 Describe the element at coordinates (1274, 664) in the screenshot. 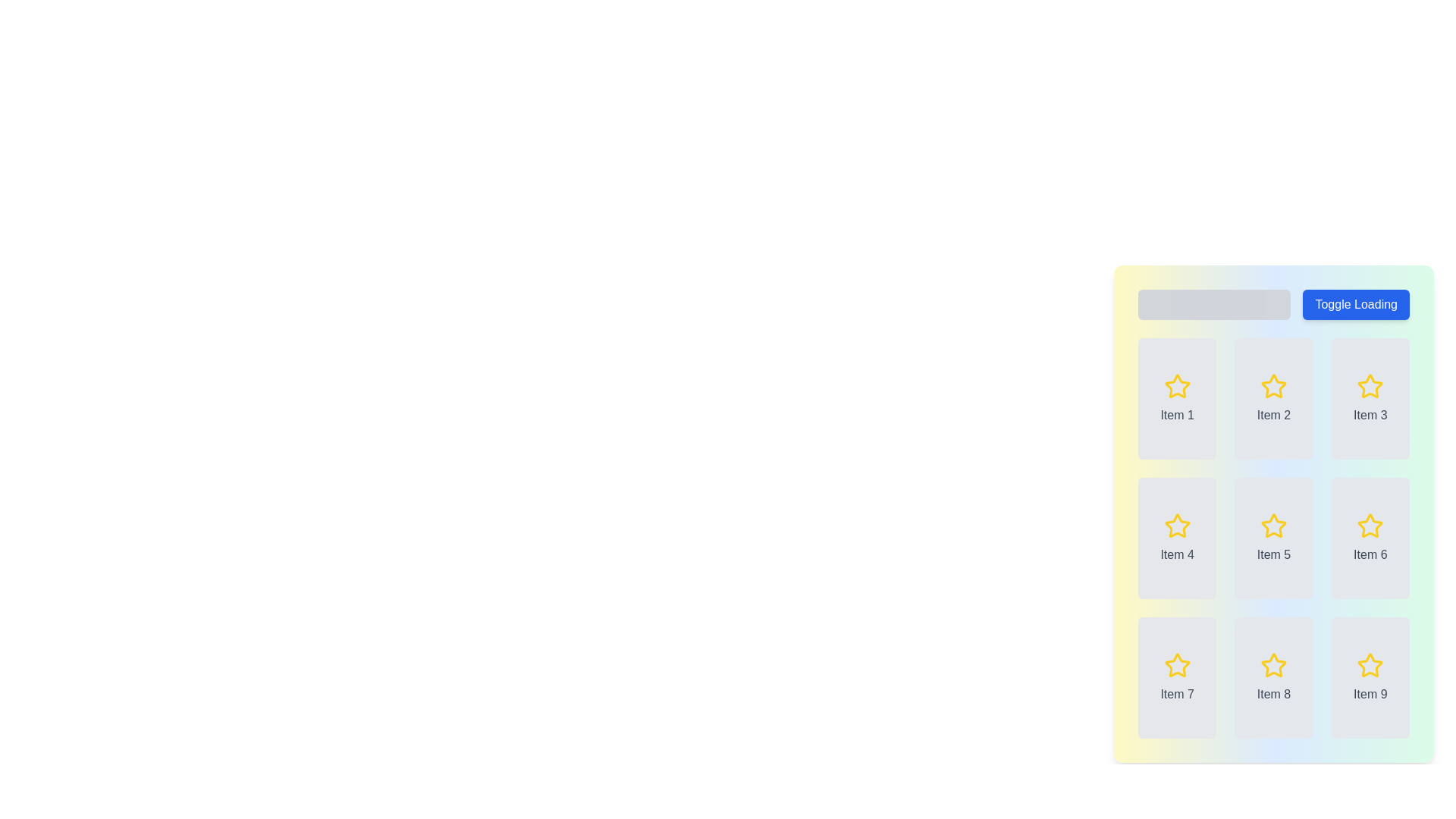

I see `the star rating icon` at that location.